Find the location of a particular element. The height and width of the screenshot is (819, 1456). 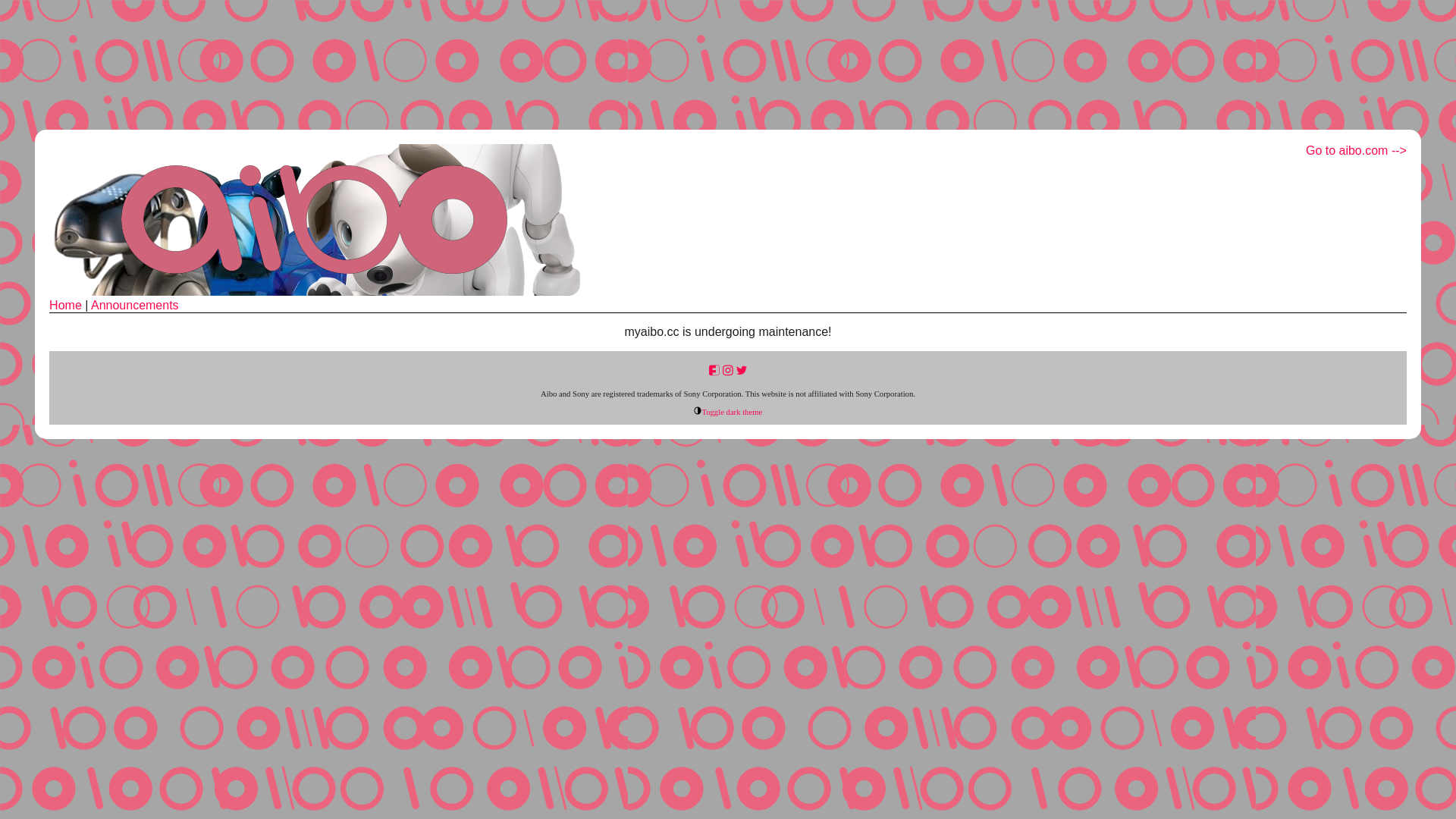

'Announcements' is located at coordinates (134, 305).